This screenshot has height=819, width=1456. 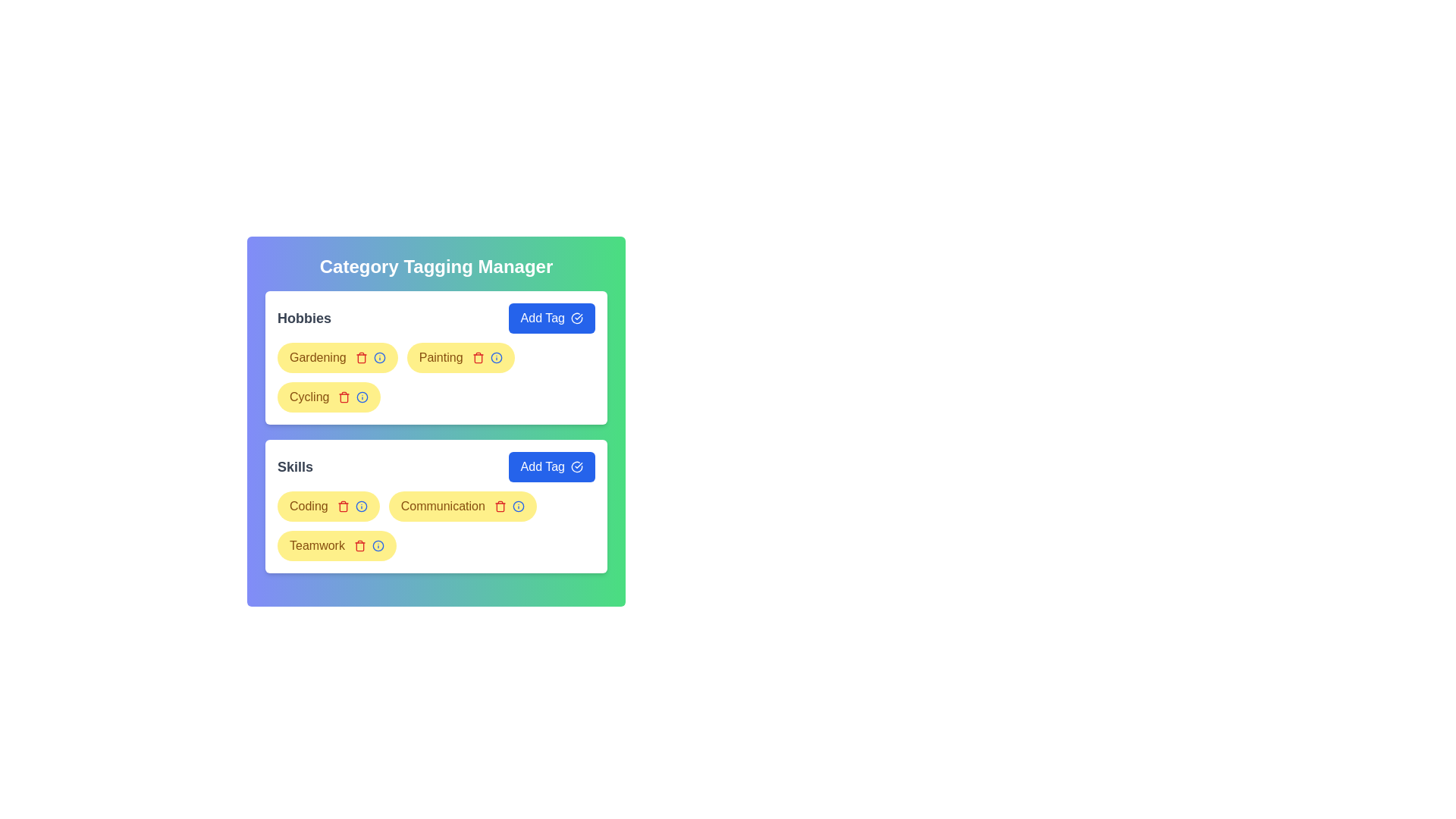 What do you see at coordinates (342, 506) in the screenshot?
I see `the red trash icon located immediately to the right of the 'Coding' label in the 'Skills' section` at bounding box center [342, 506].